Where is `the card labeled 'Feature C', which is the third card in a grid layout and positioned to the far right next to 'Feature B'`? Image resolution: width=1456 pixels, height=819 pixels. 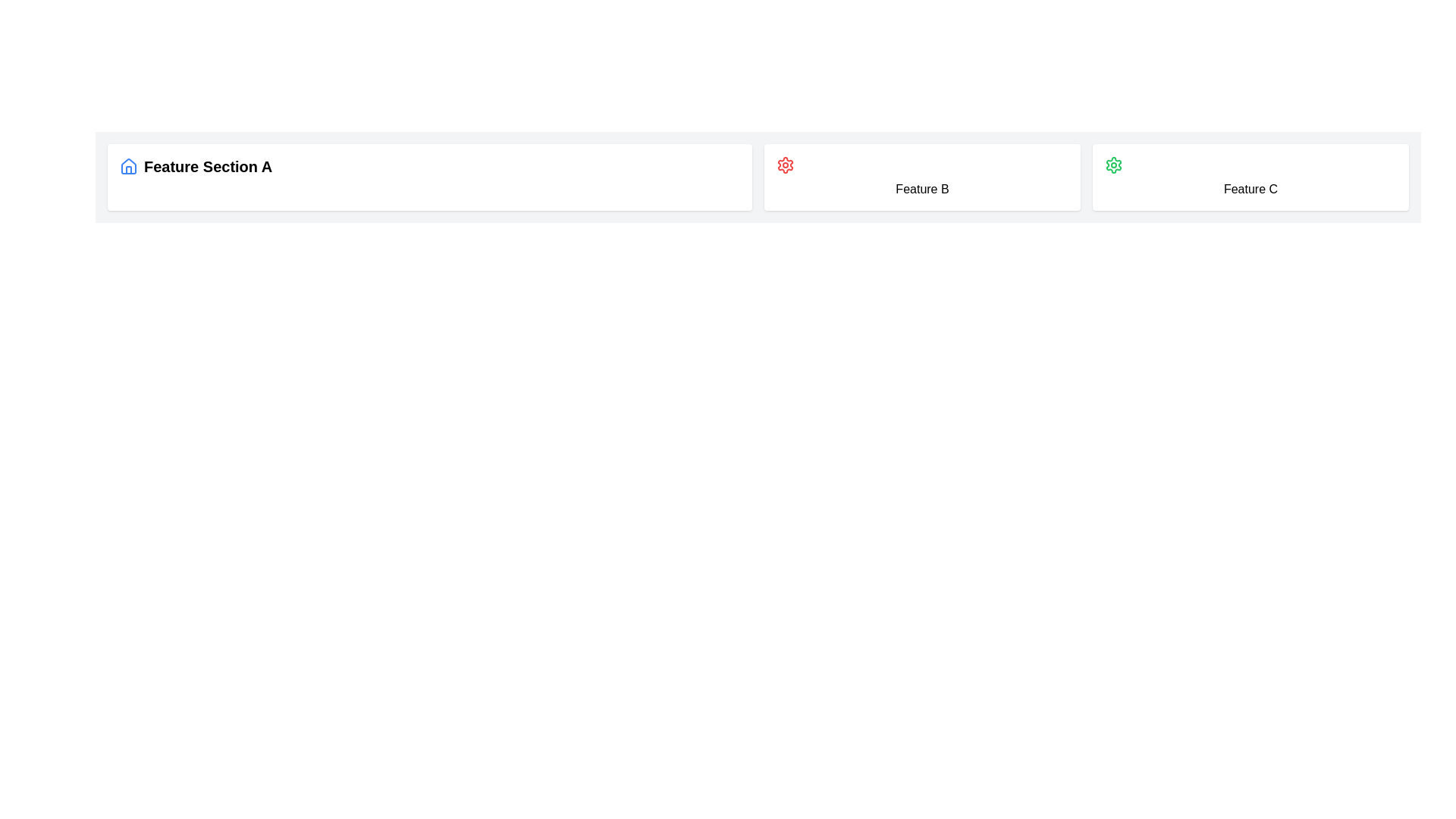
the card labeled 'Feature C', which is the third card in a grid layout and positioned to the far right next to 'Feature B' is located at coordinates (1250, 177).